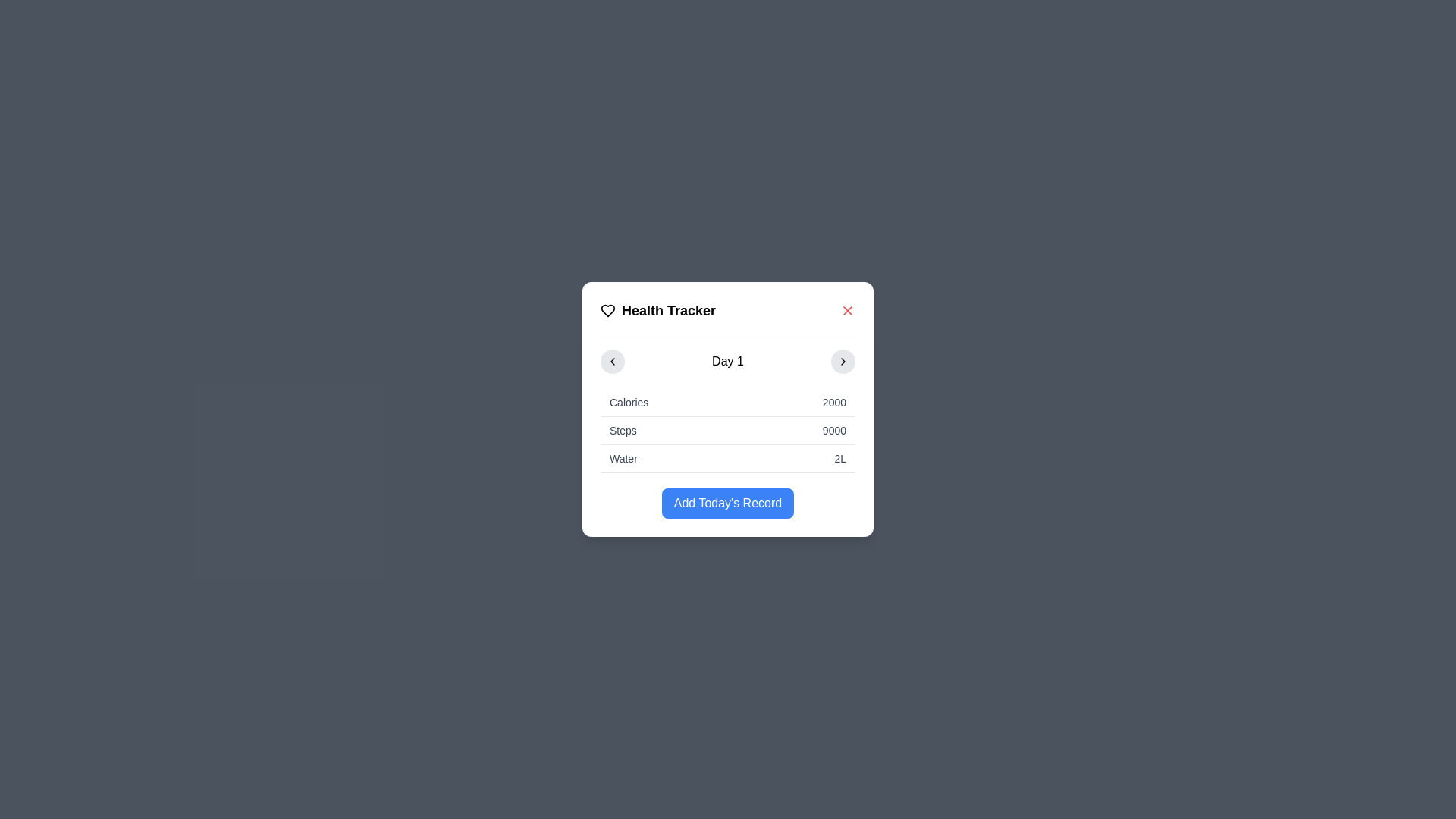 The width and height of the screenshot is (1456, 819). What do you see at coordinates (728, 503) in the screenshot?
I see `the blue rectangular button labeled 'Add Today's Record' located at the bottom center of the 'Health Tracker' modal` at bounding box center [728, 503].